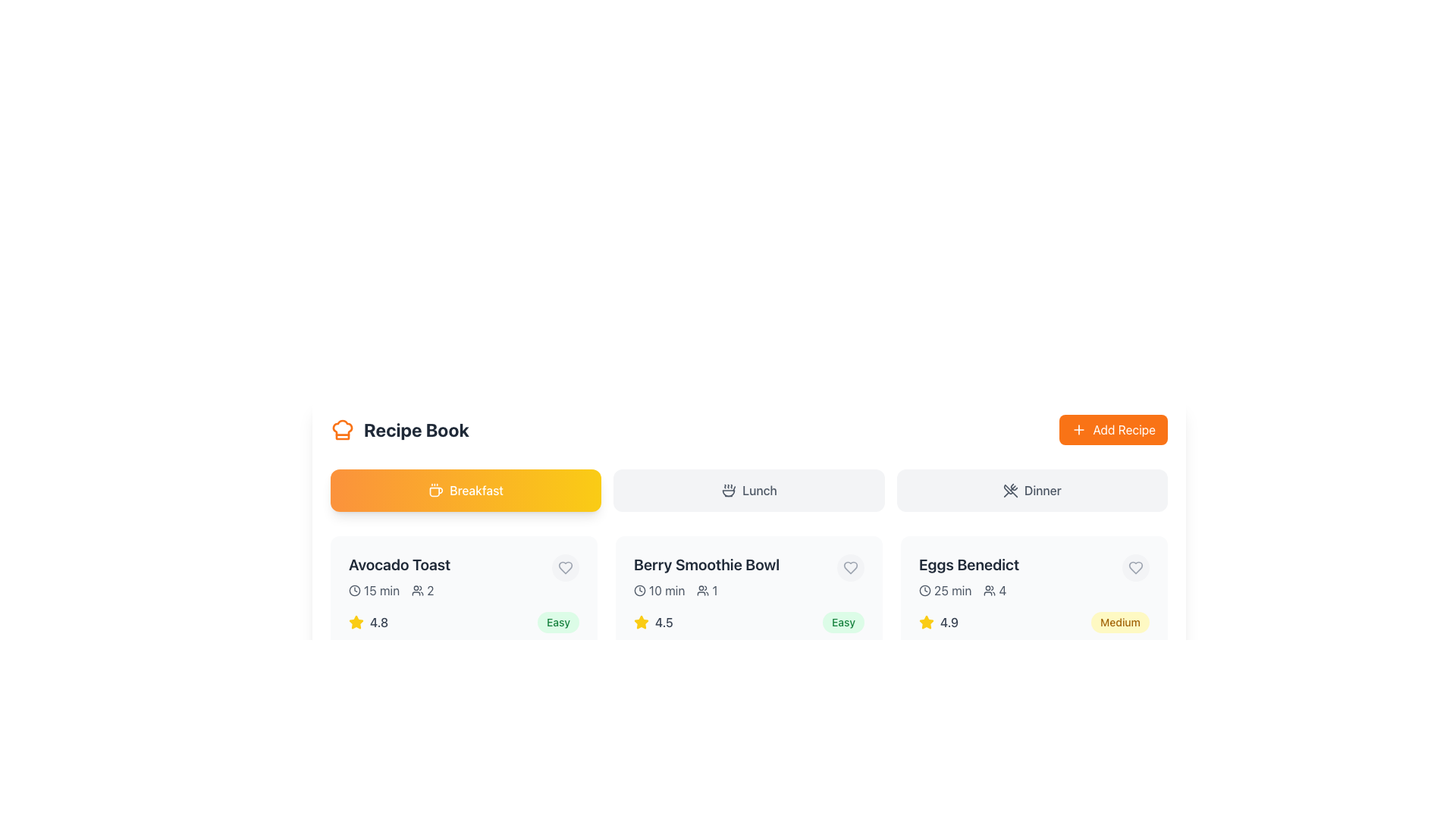 The image size is (1456, 819). I want to click on the star icon to interact with or modify the rating, which is visually represented next to the numeric rating of '4.5', so click(641, 623).